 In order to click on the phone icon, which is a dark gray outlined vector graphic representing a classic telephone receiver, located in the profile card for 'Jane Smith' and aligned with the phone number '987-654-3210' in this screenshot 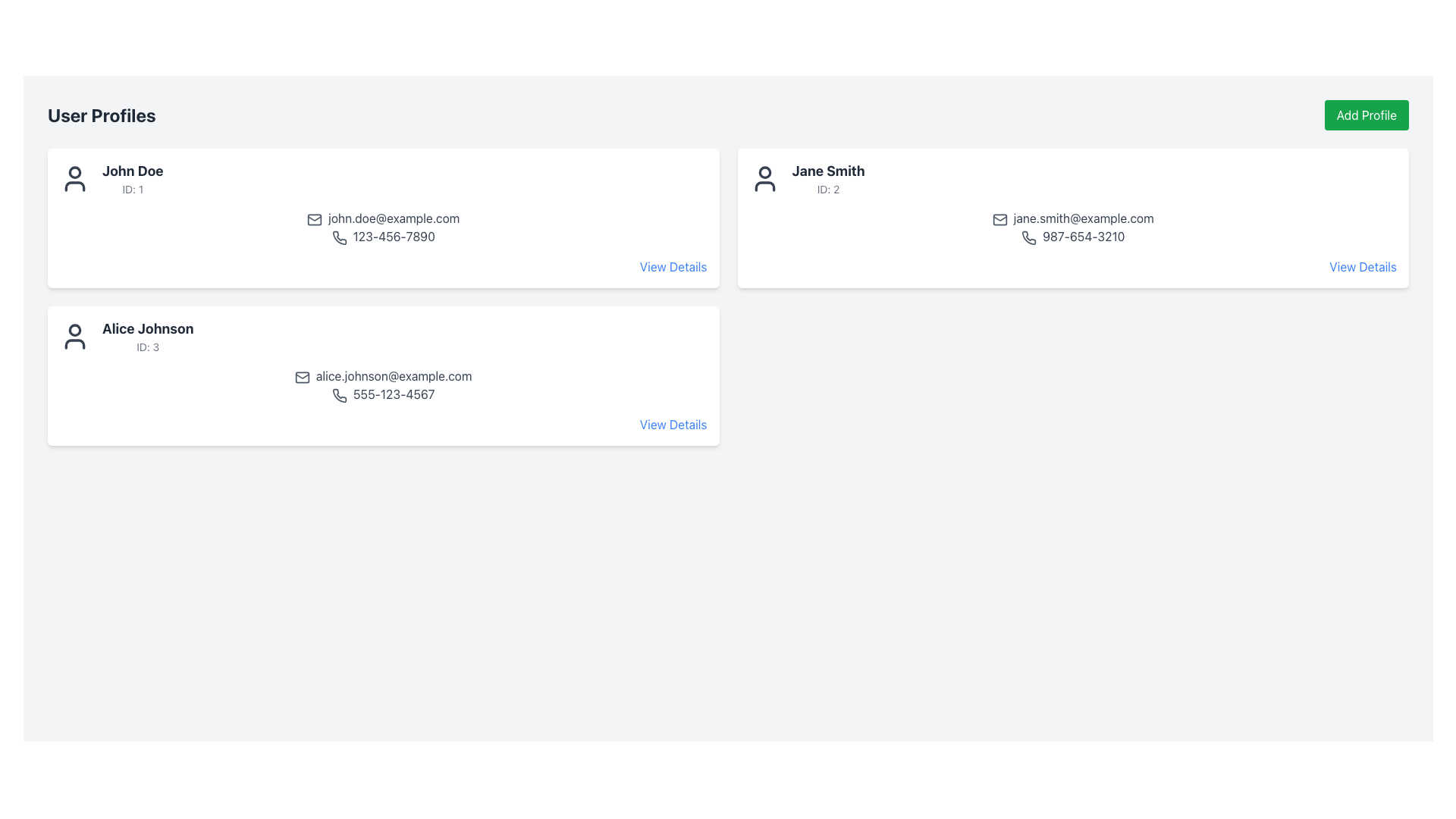, I will do `click(1029, 237)`.